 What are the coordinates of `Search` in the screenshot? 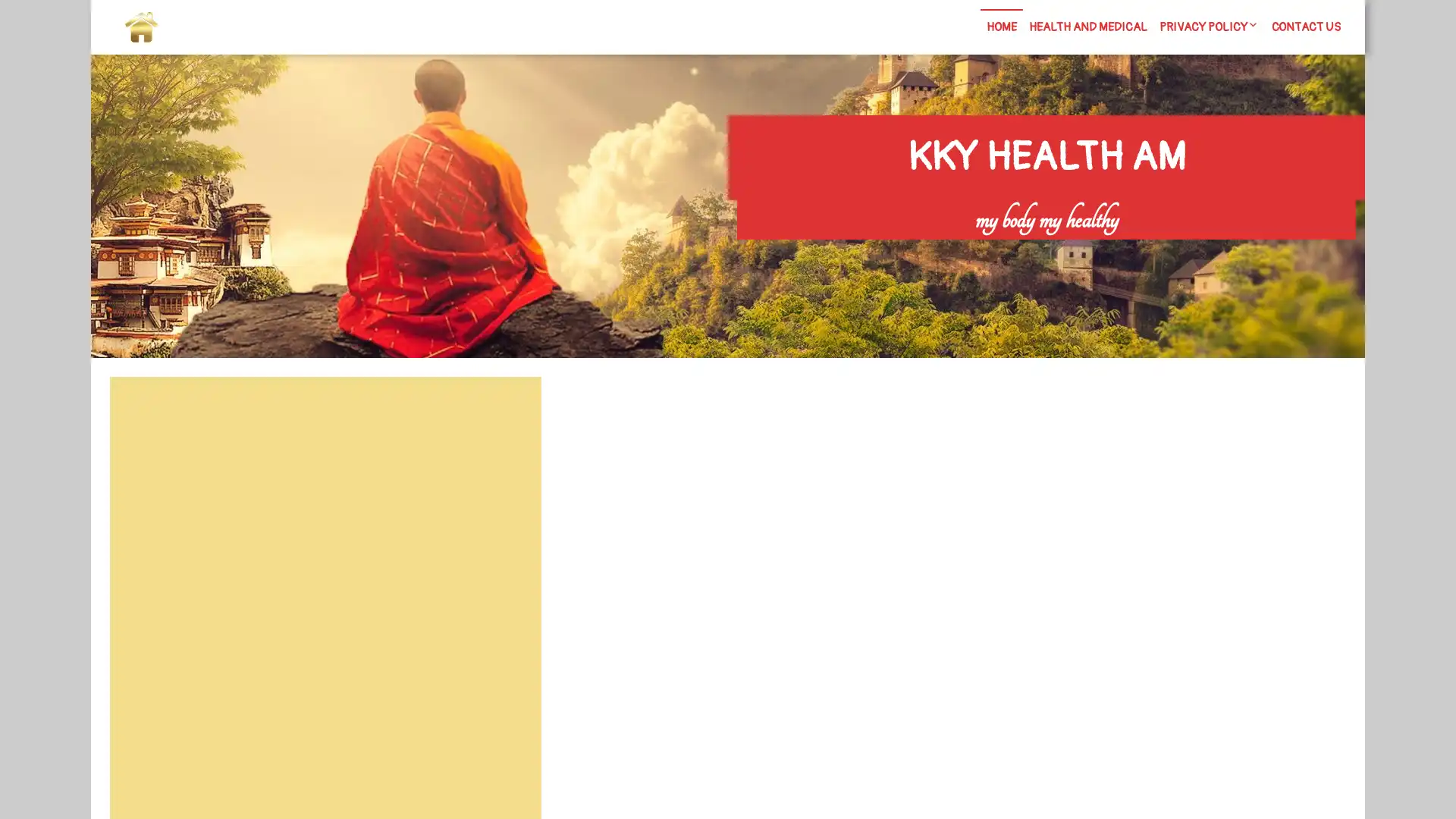 It's located at (506, 413).